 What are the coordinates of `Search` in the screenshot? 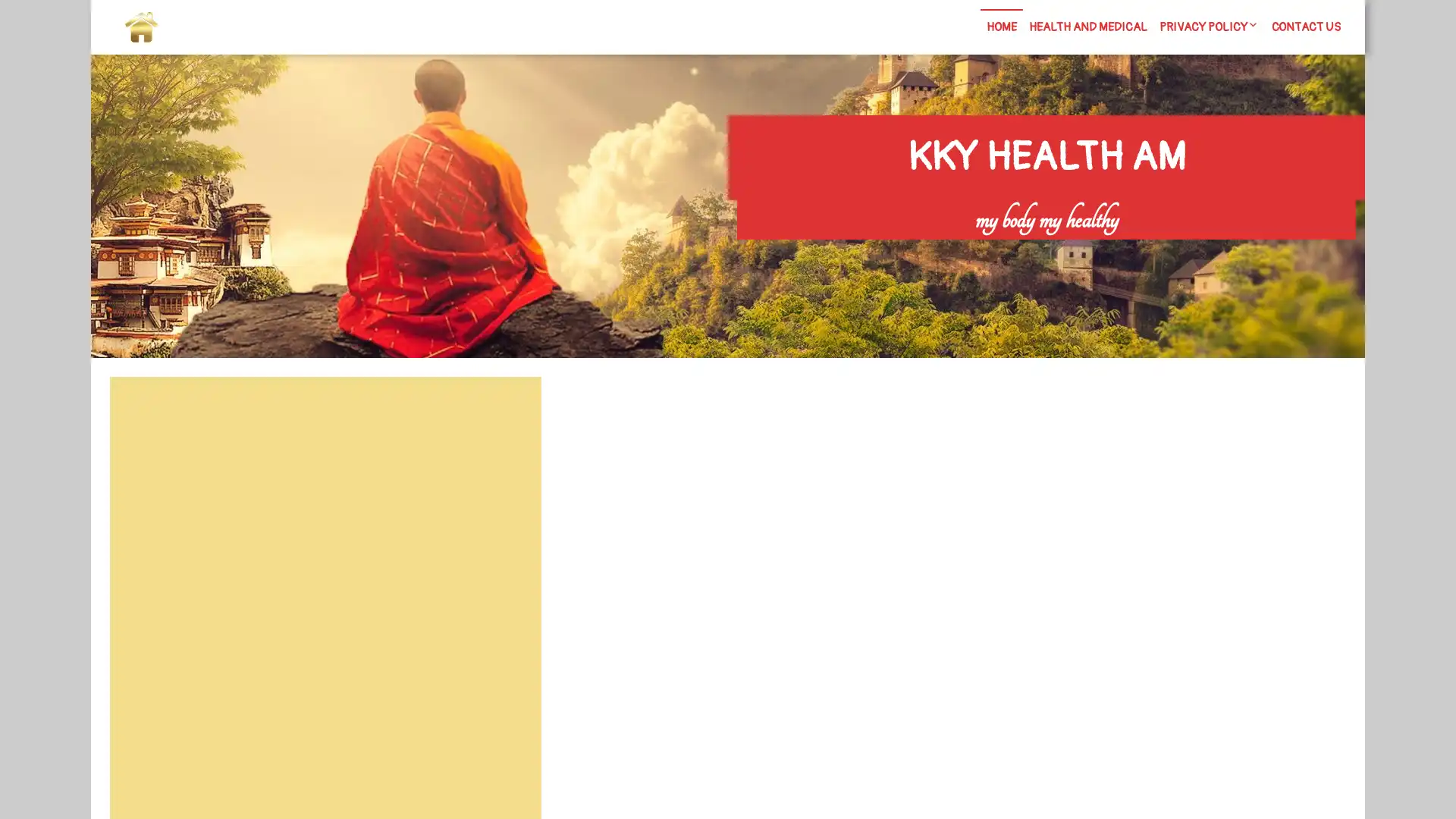 It's located at (506, 413).